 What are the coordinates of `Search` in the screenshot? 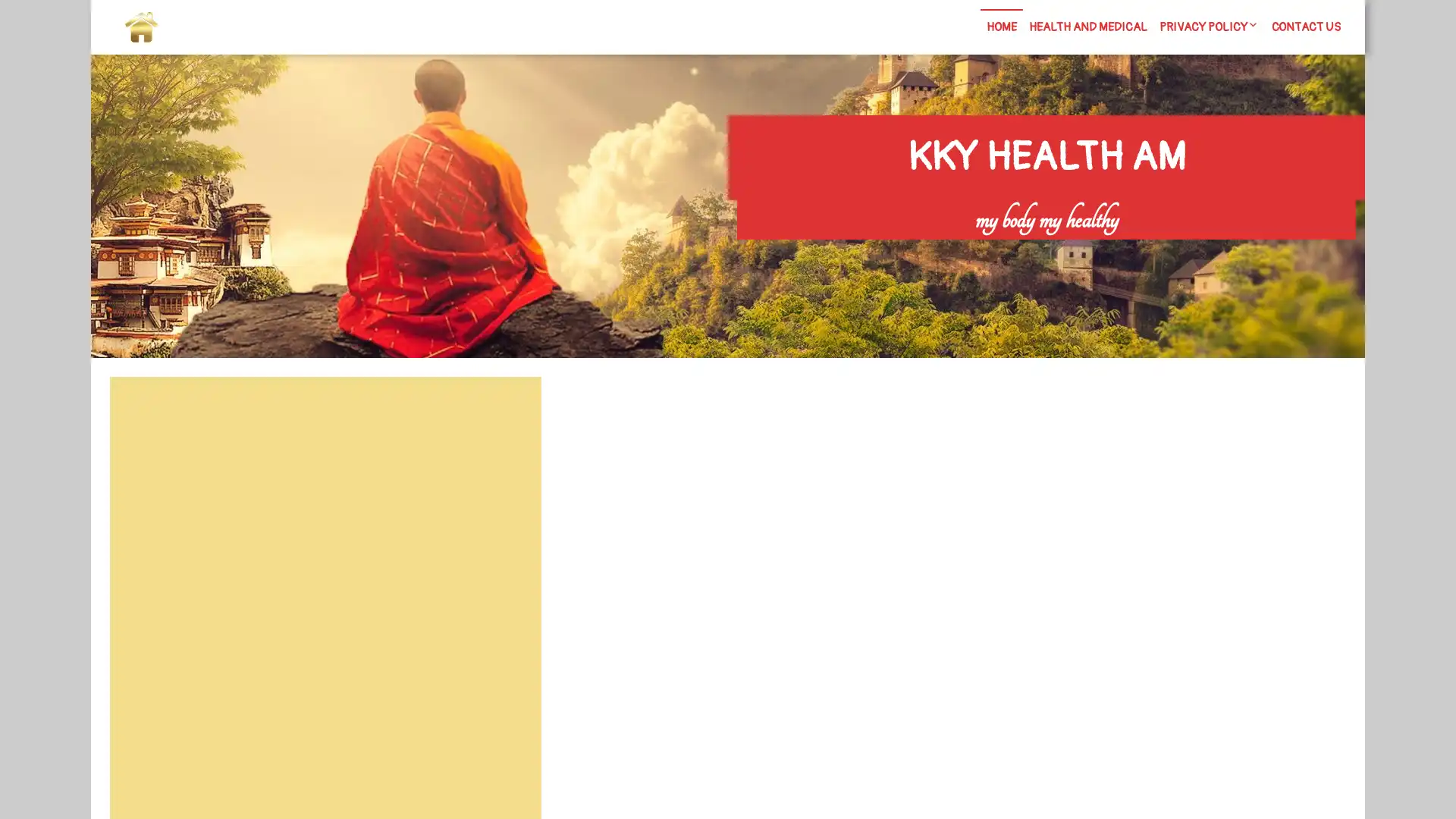 It's located at (506, 413).